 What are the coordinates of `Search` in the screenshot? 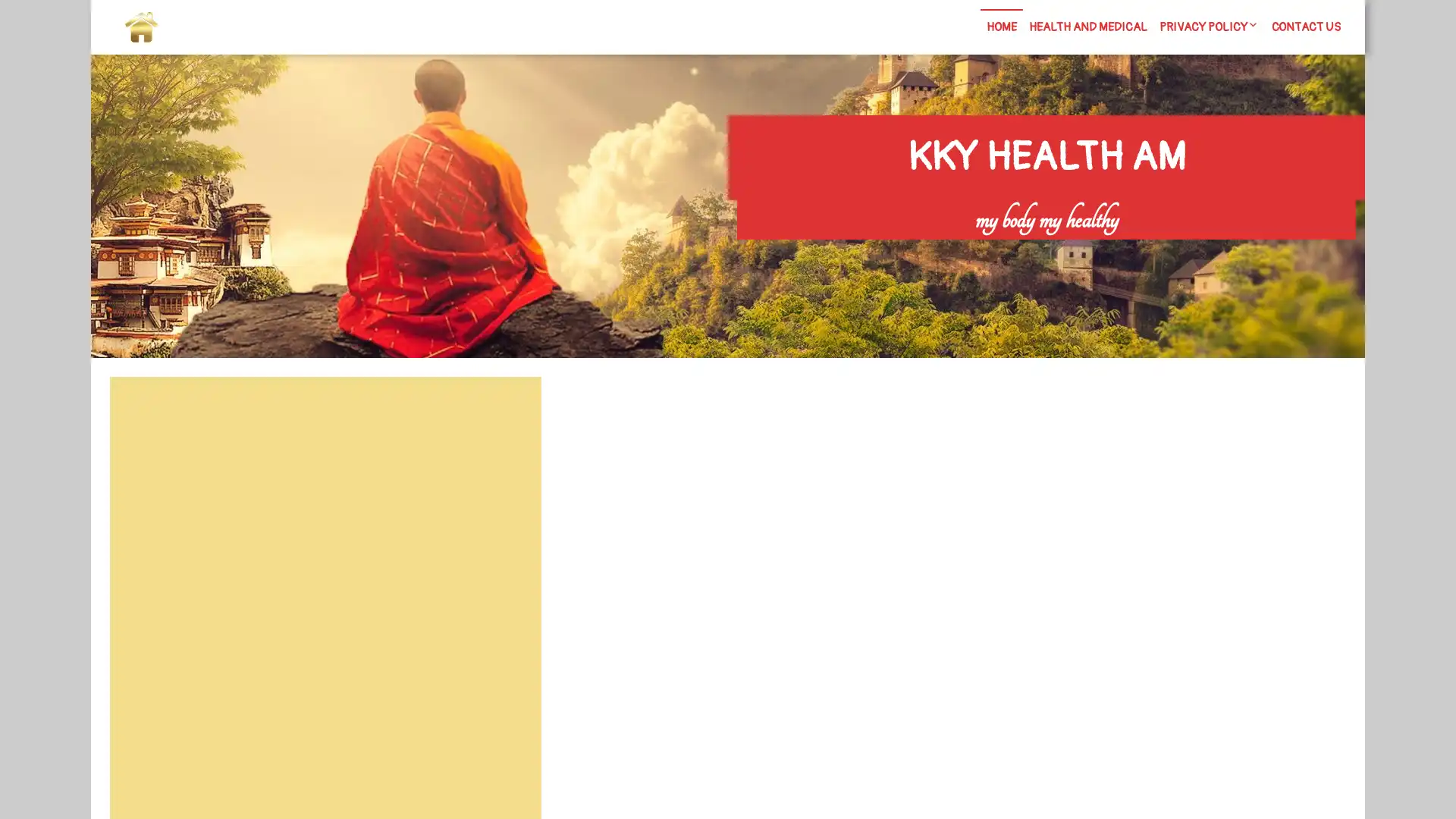 It's located at (506, 413).